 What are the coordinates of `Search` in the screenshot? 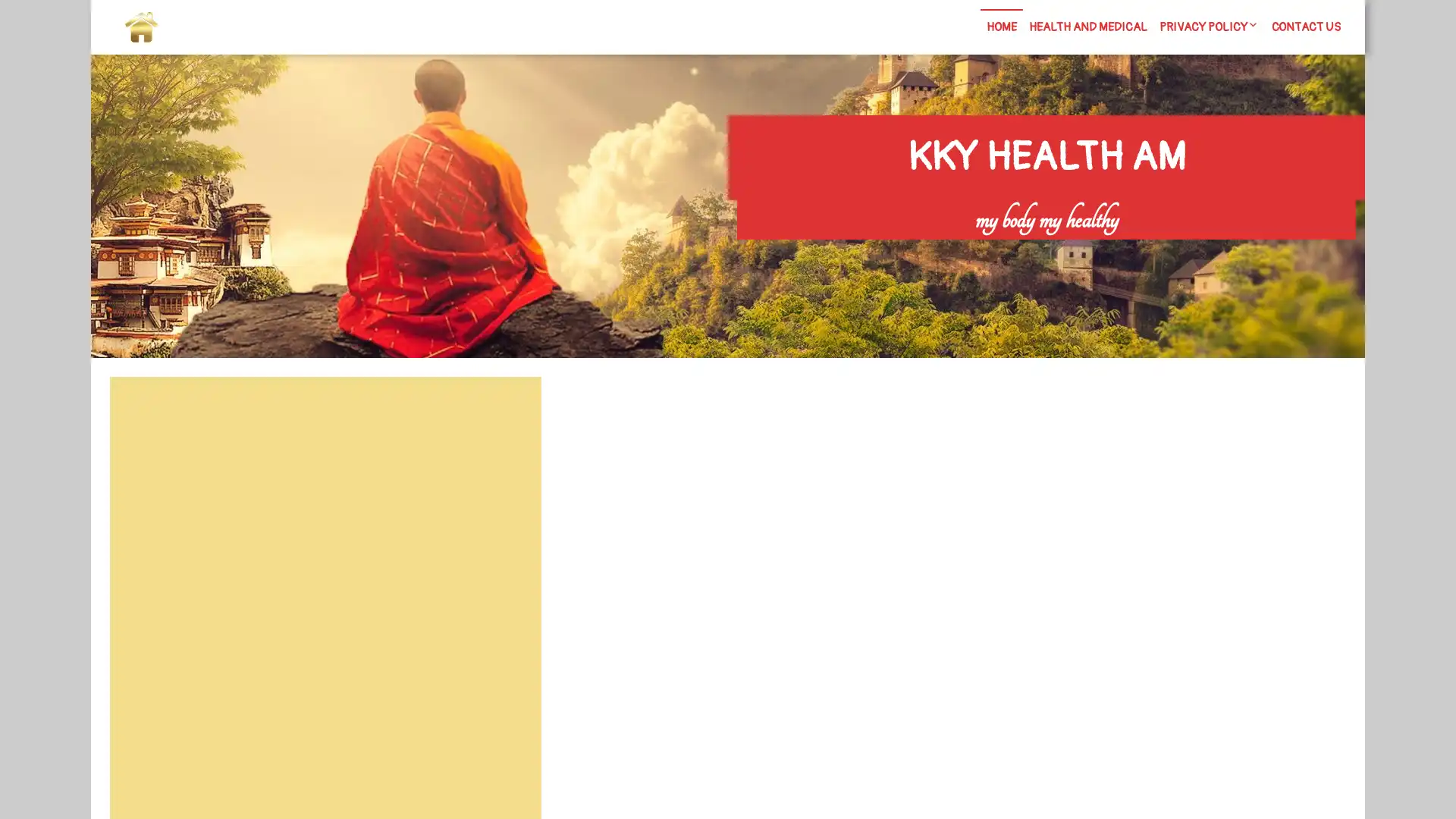 It's located at (506, 413).